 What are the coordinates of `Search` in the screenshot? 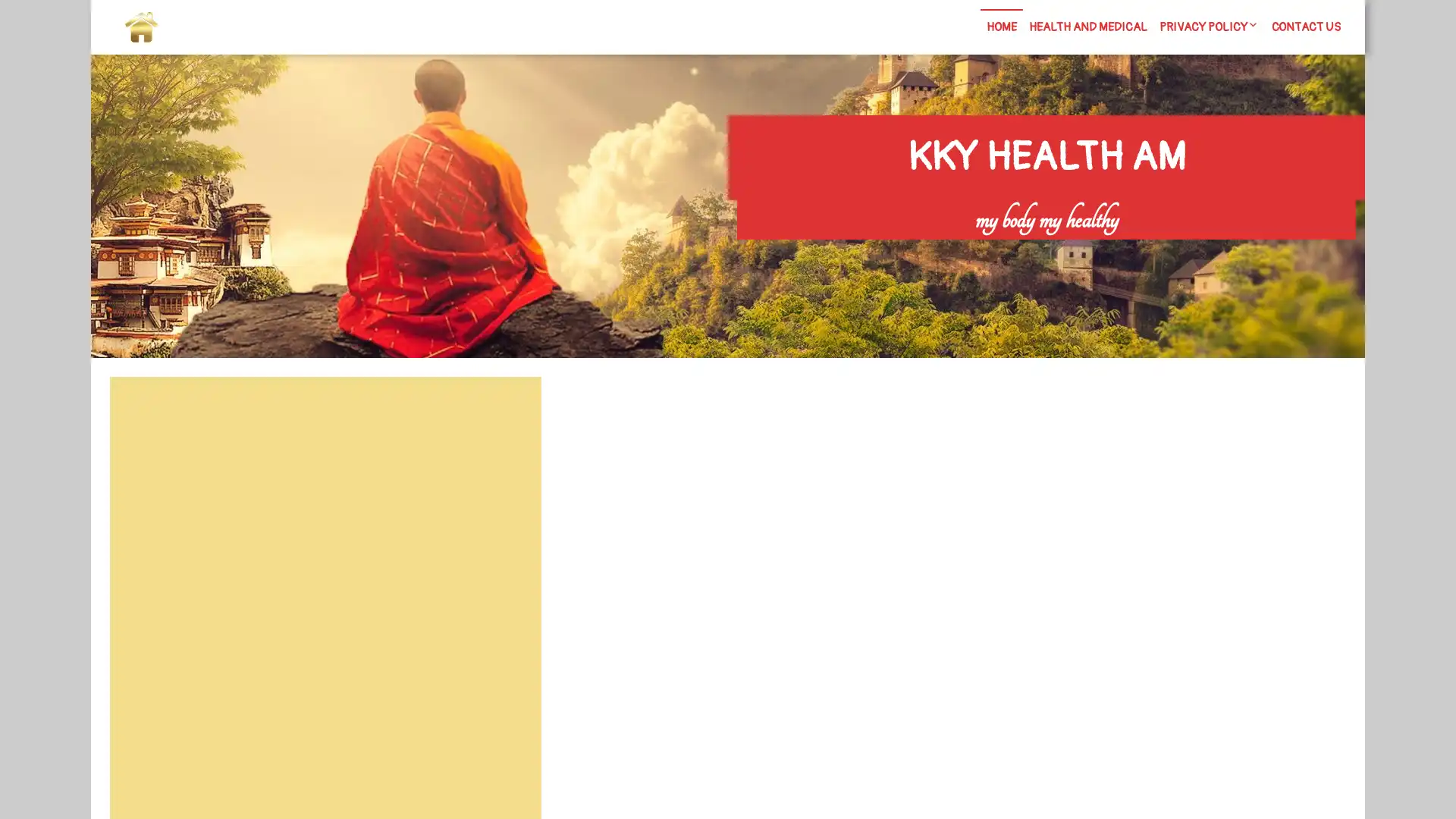 It's located at (506, 413).